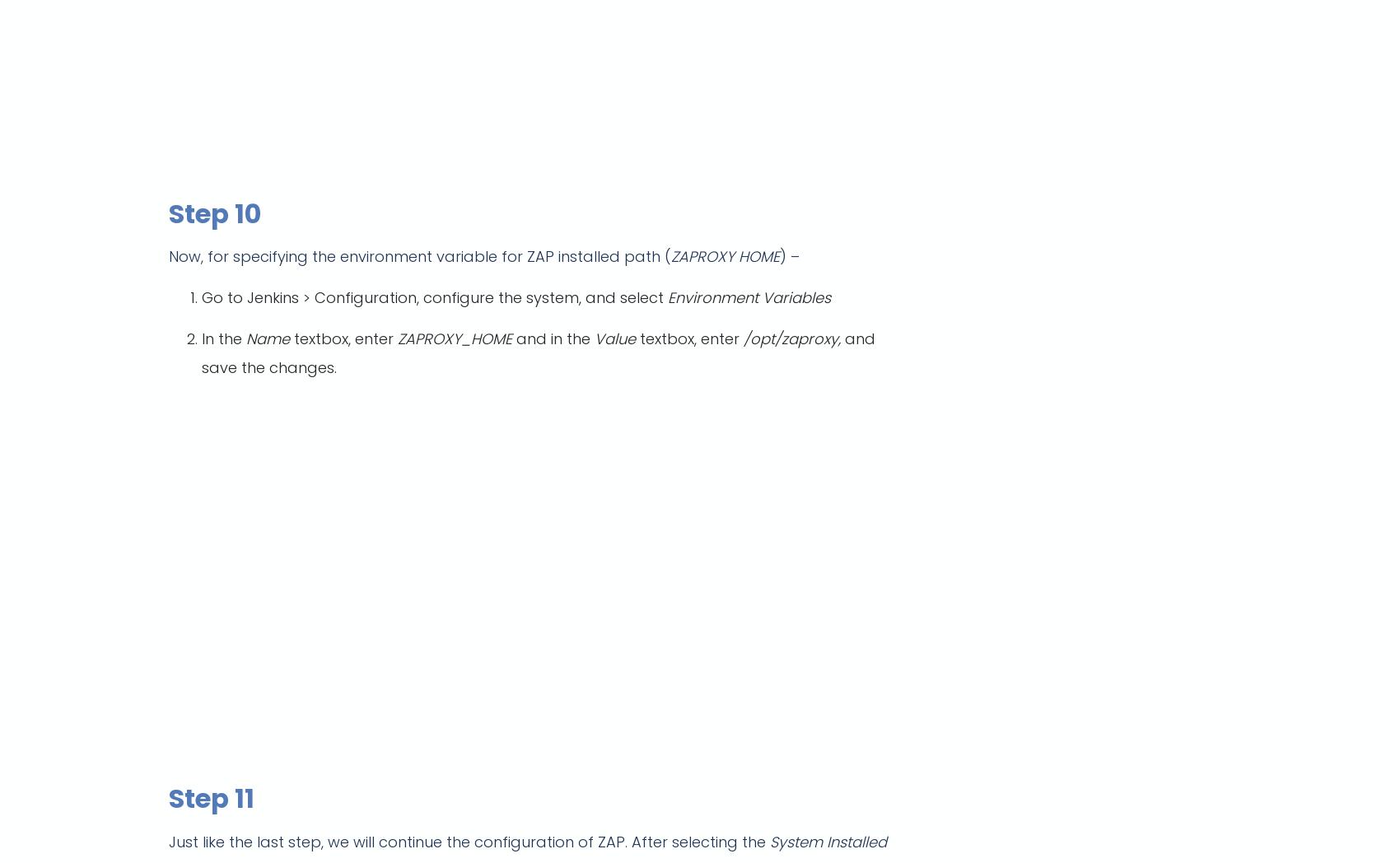  Describe the element at coordinates (224, 338) in the screenshot. I see `'In the'` at that location.